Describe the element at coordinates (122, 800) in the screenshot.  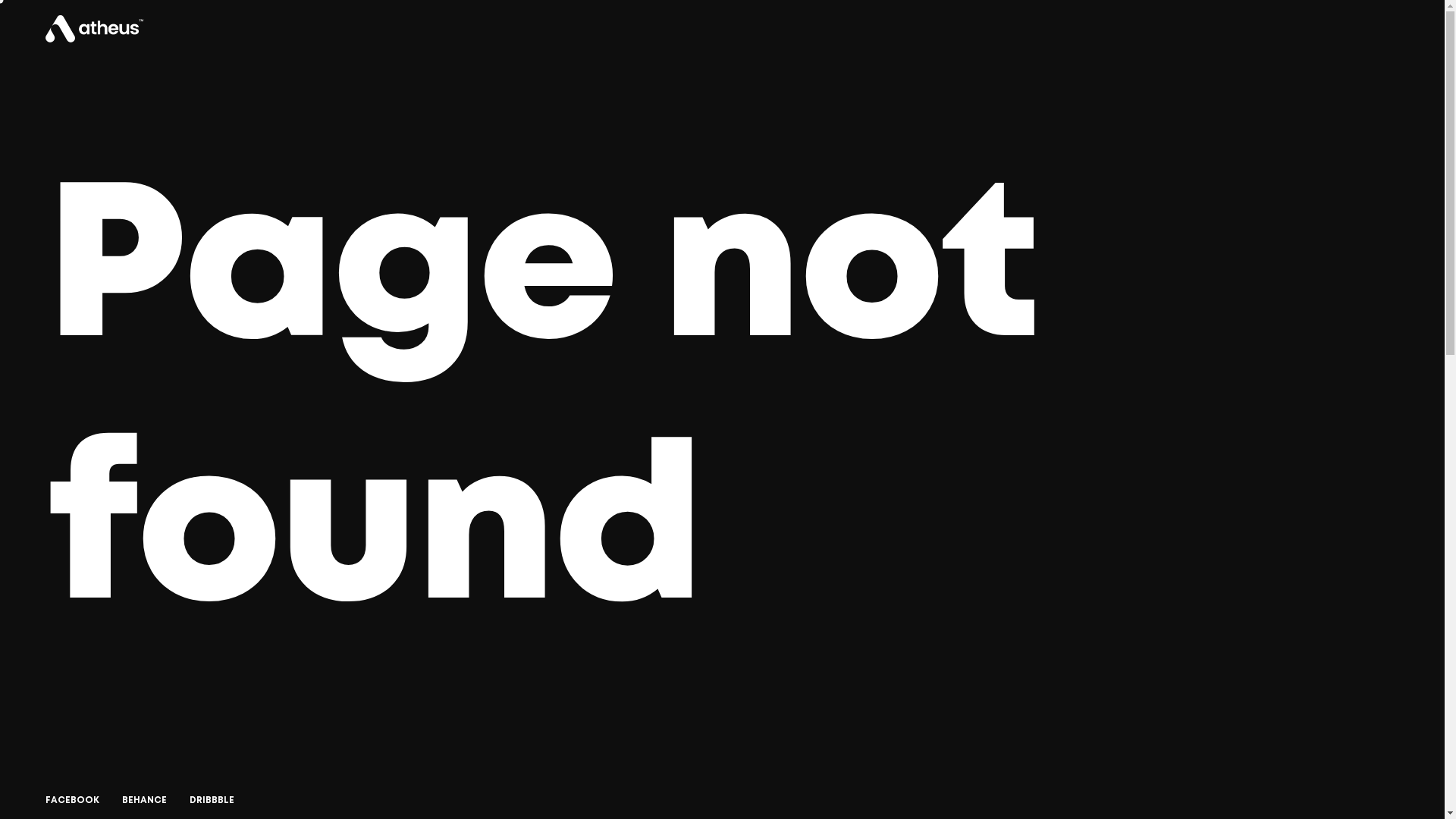
I see `'BEHANCE'` at that location.